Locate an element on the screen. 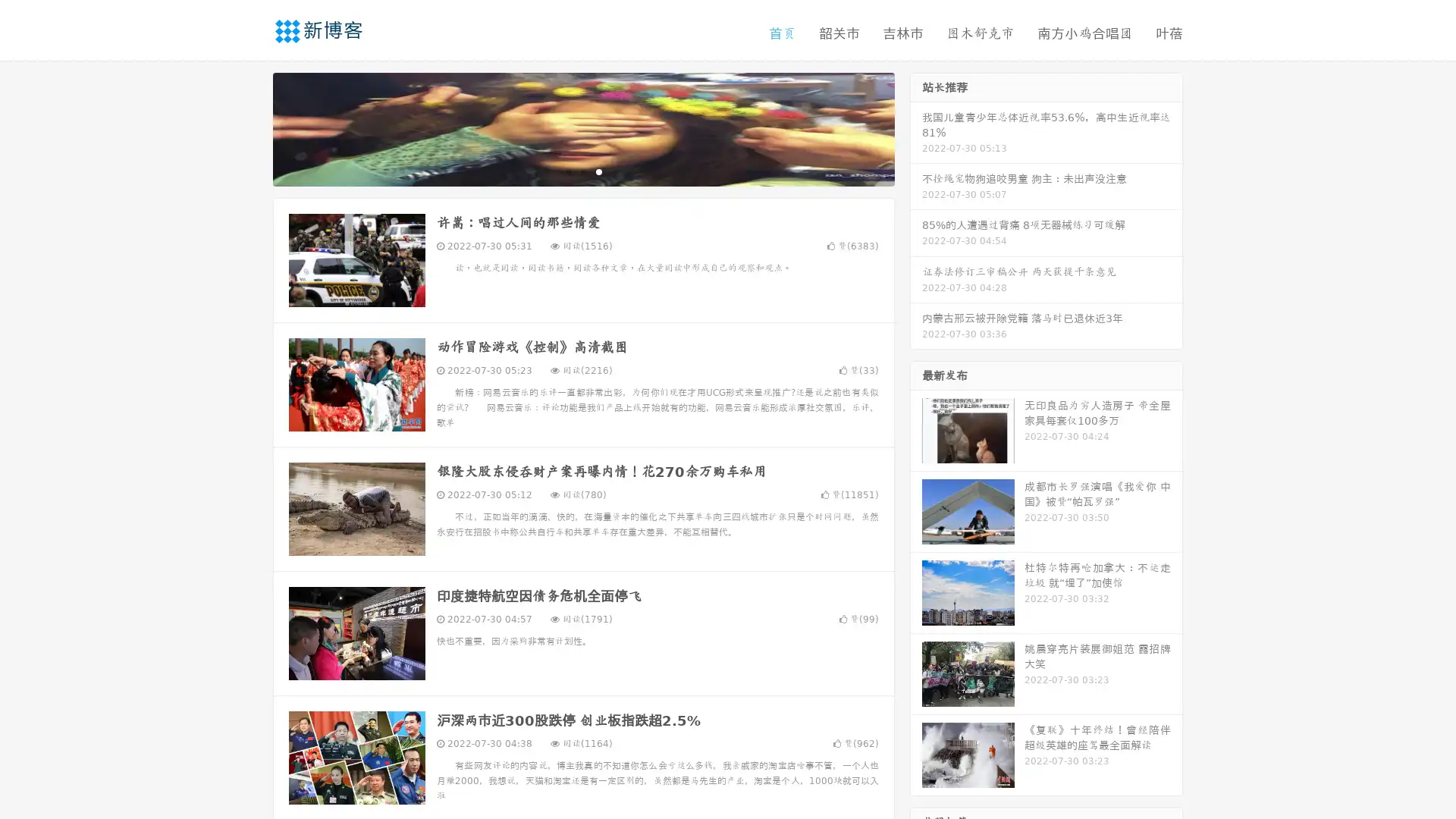 This screenshot has width=1456, height=819. Next slide is located at coordinates (916, 127).